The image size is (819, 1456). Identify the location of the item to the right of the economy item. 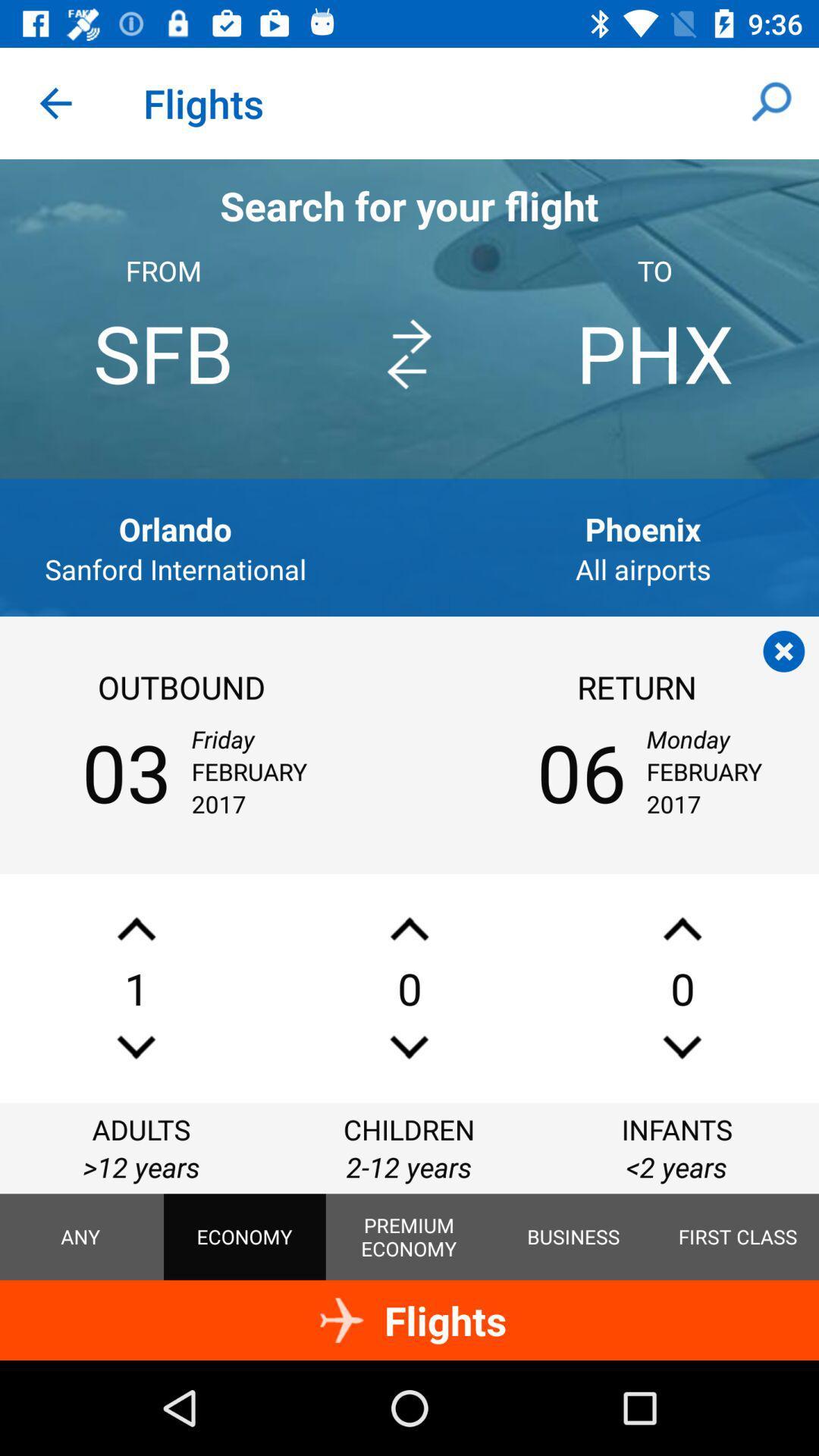
(408, 1237).